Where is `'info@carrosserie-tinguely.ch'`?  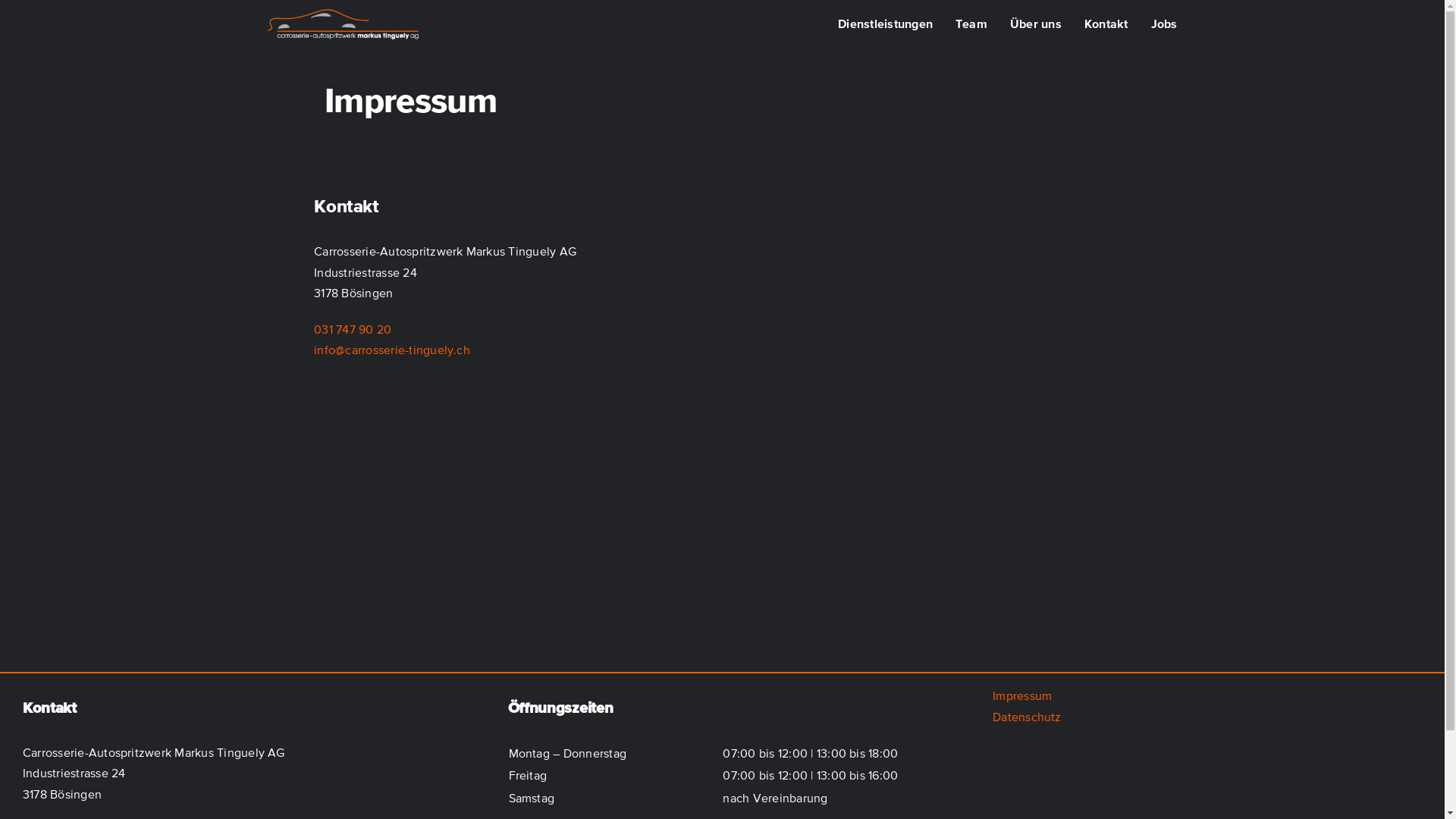 'info@carrosserie-tinguely.ch' is located at coordinates (312, 350).